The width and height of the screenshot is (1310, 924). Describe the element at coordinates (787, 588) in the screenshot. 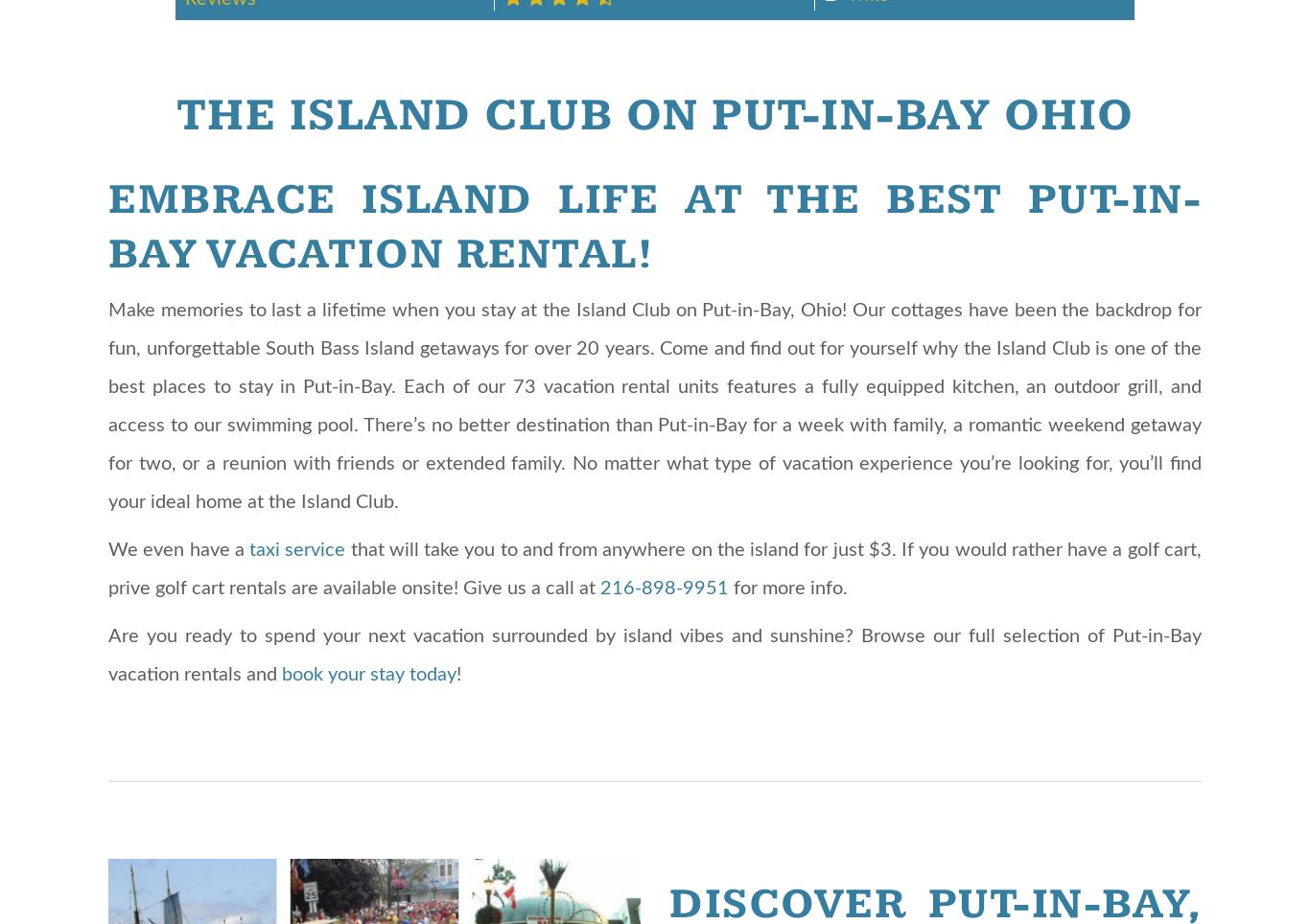

I see `'for more info.'` at that location.